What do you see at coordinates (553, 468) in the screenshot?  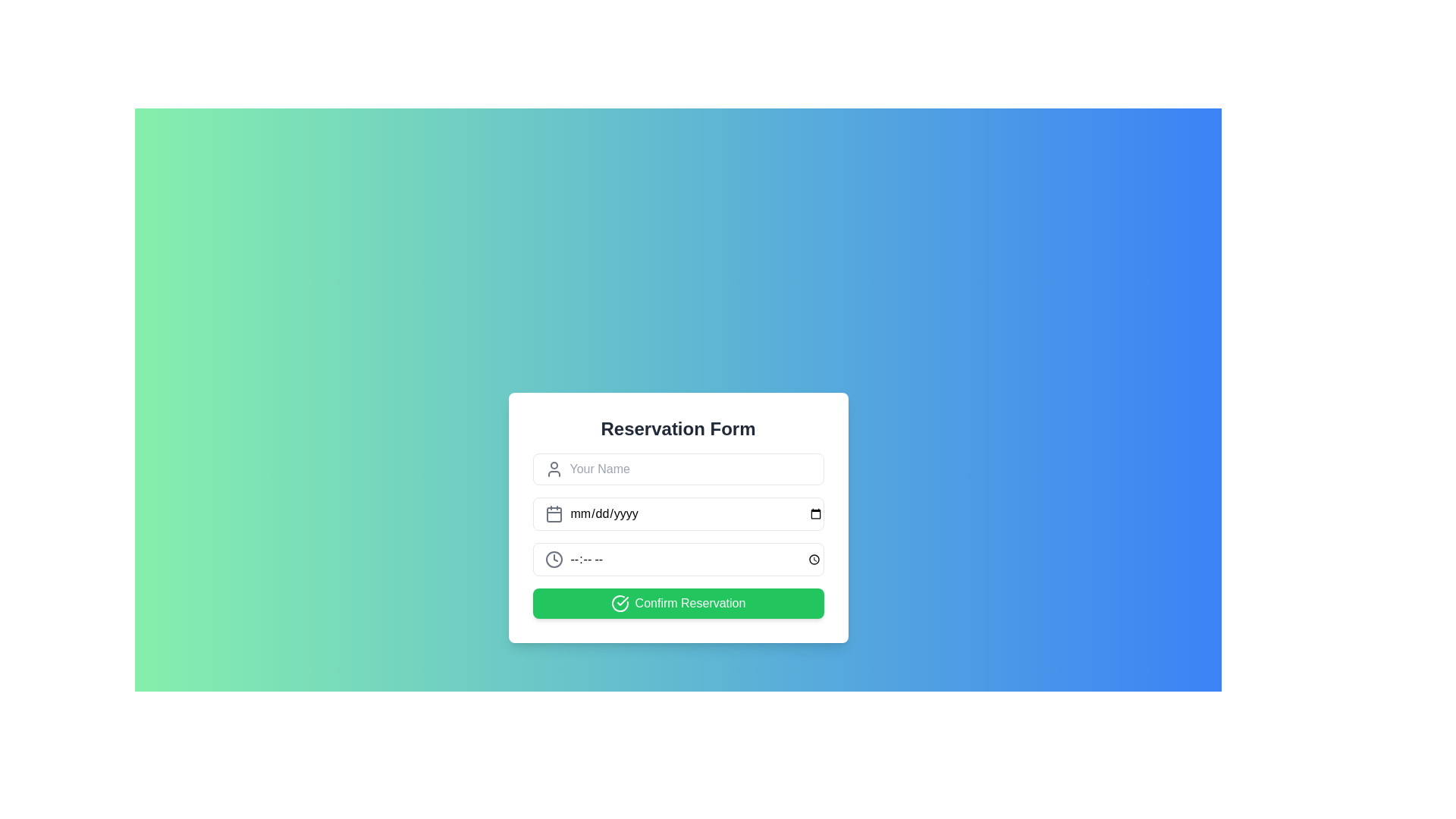 I see `the SVG user icon represented as a line drawing of a person, which is located to the left of the input field labeled 'Your Name'` at bounding box center [553, 468].